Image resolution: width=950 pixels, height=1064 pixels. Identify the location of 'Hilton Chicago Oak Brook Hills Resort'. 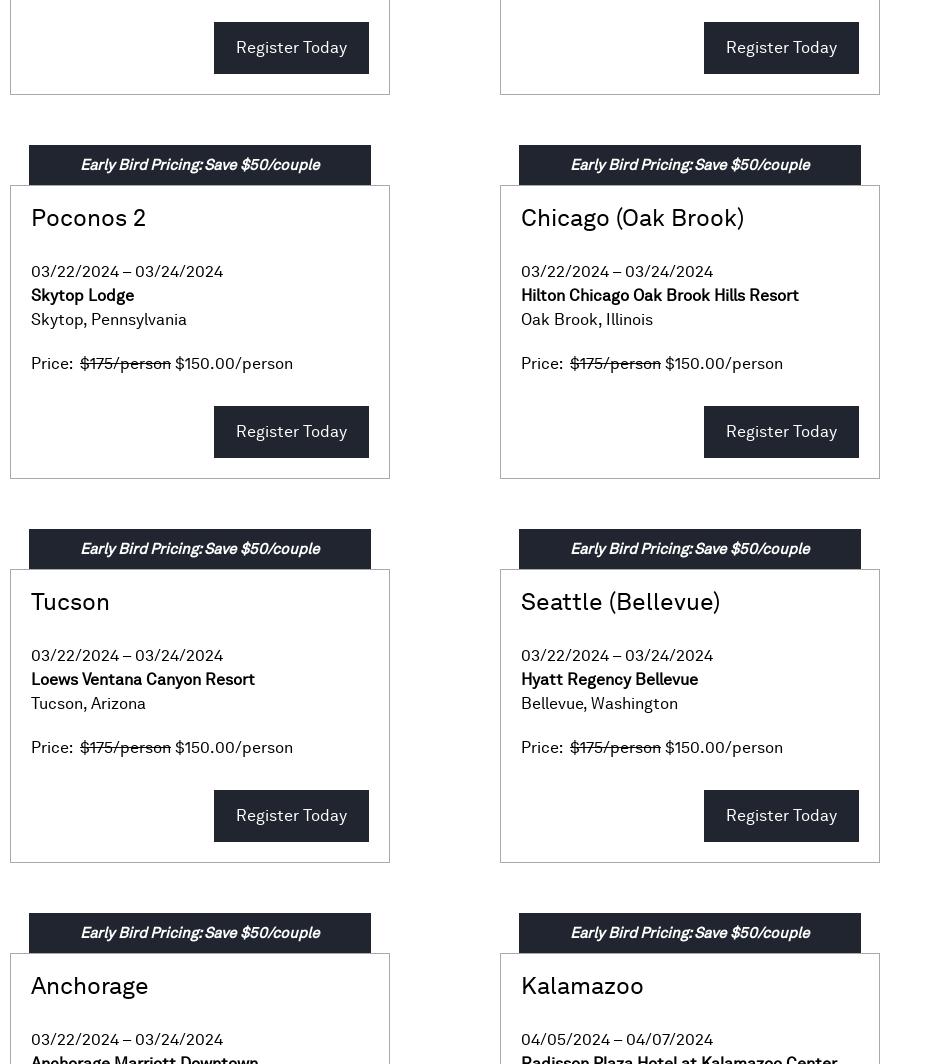
(659, 295).